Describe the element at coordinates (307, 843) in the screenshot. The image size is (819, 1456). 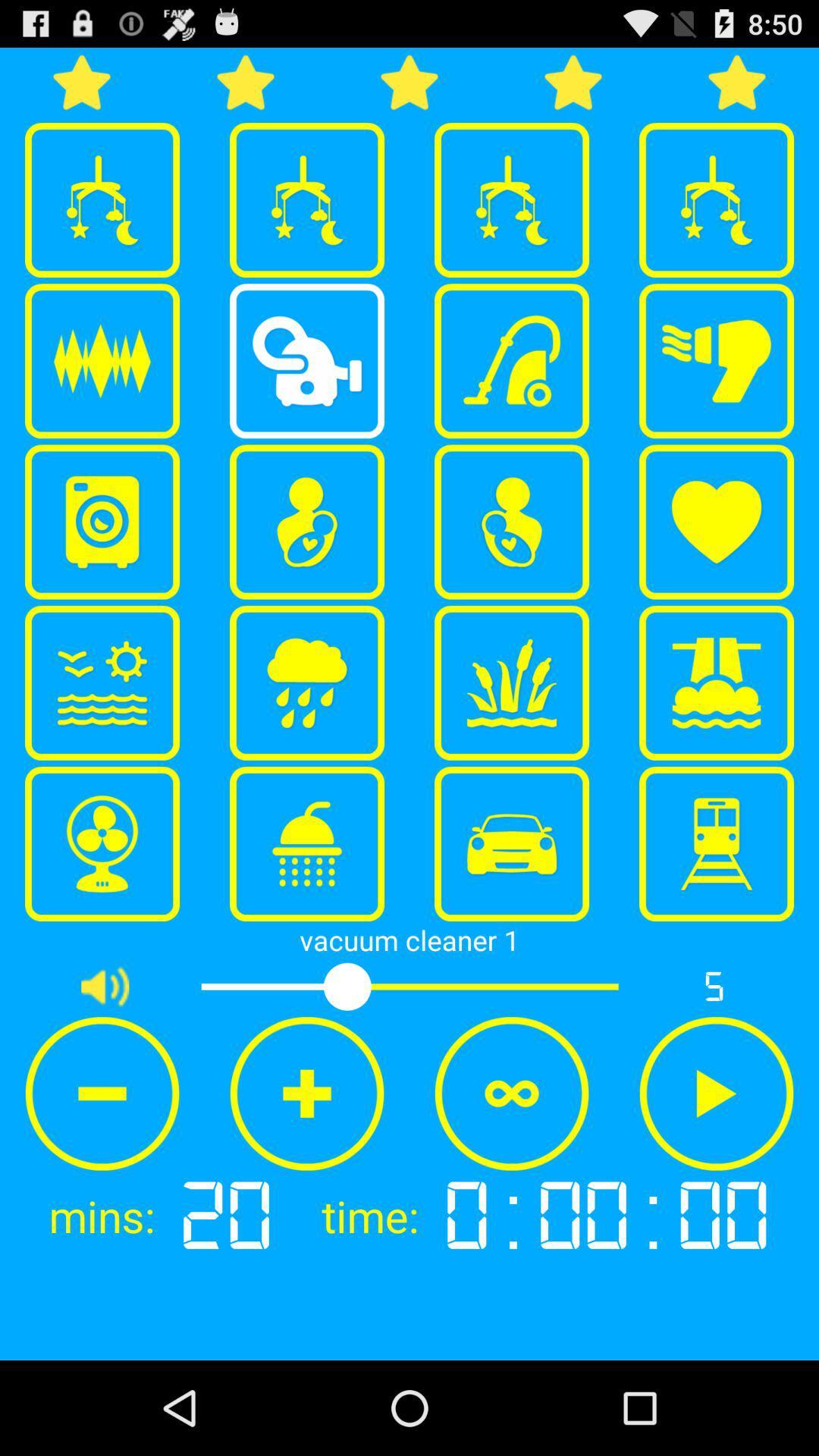
I see `the item above vacuum cleaner 1` at that location.